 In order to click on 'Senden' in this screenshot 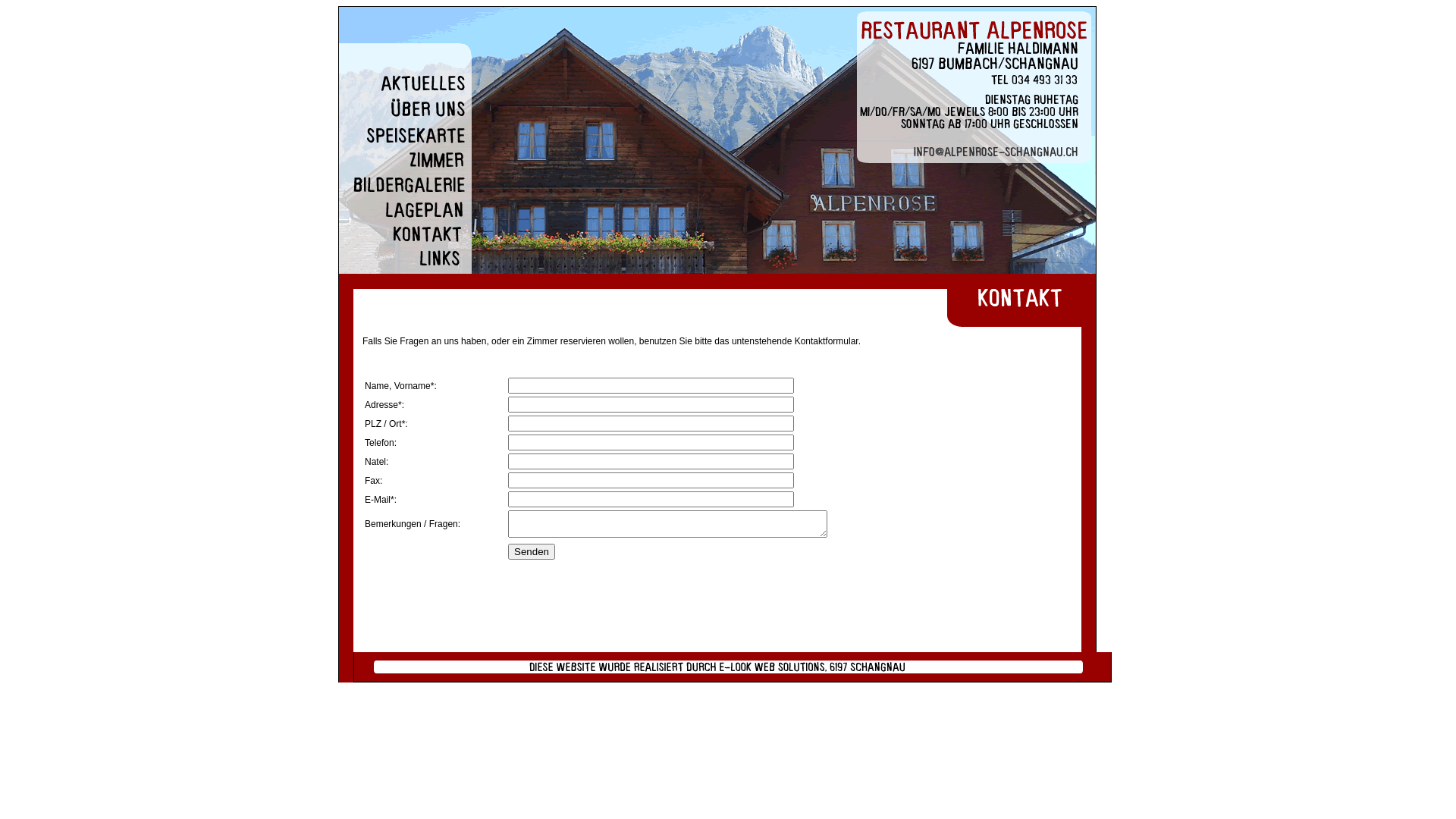, I will do `click(508, 551)`.